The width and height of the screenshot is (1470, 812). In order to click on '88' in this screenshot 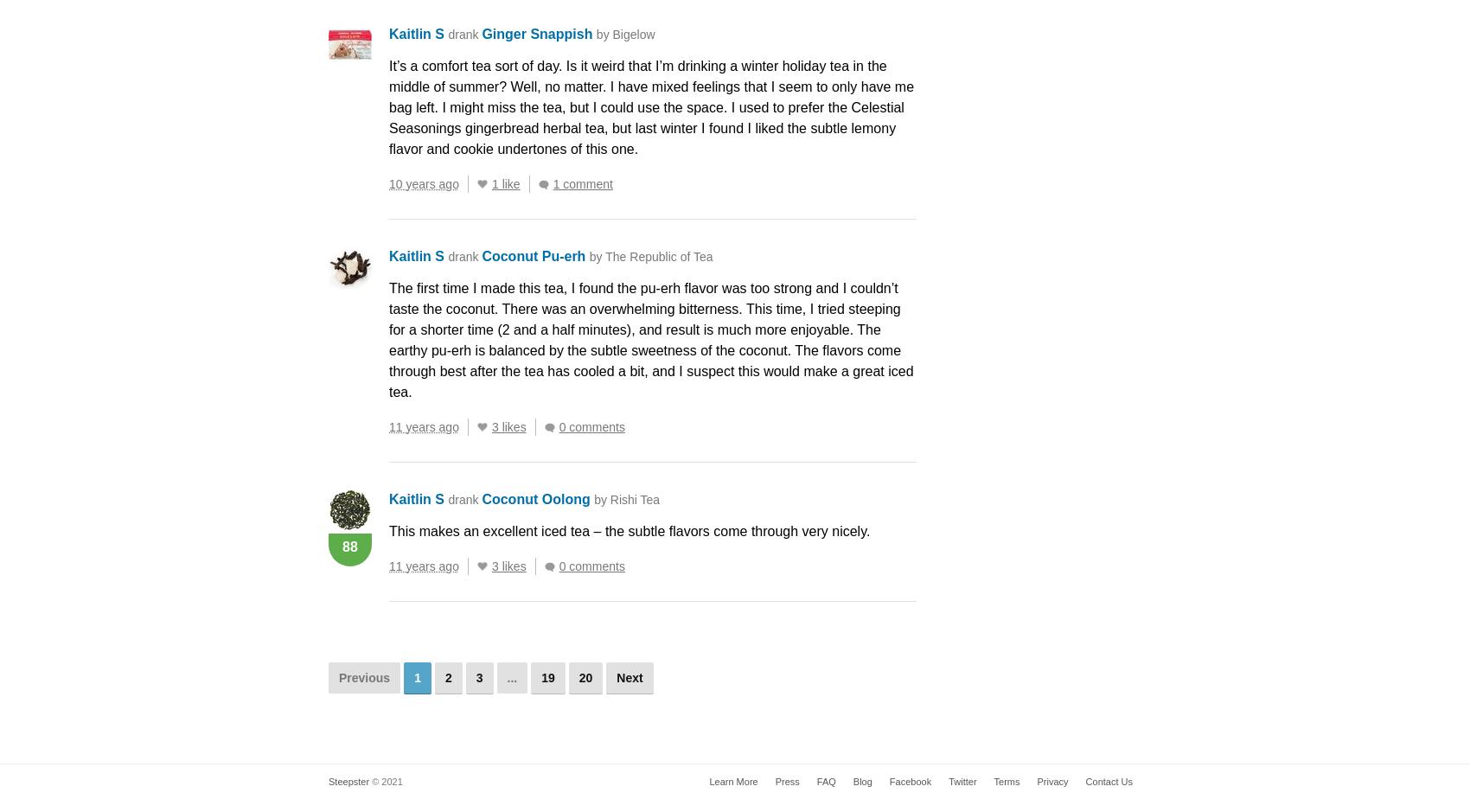, I will do `click(348, 546)`.